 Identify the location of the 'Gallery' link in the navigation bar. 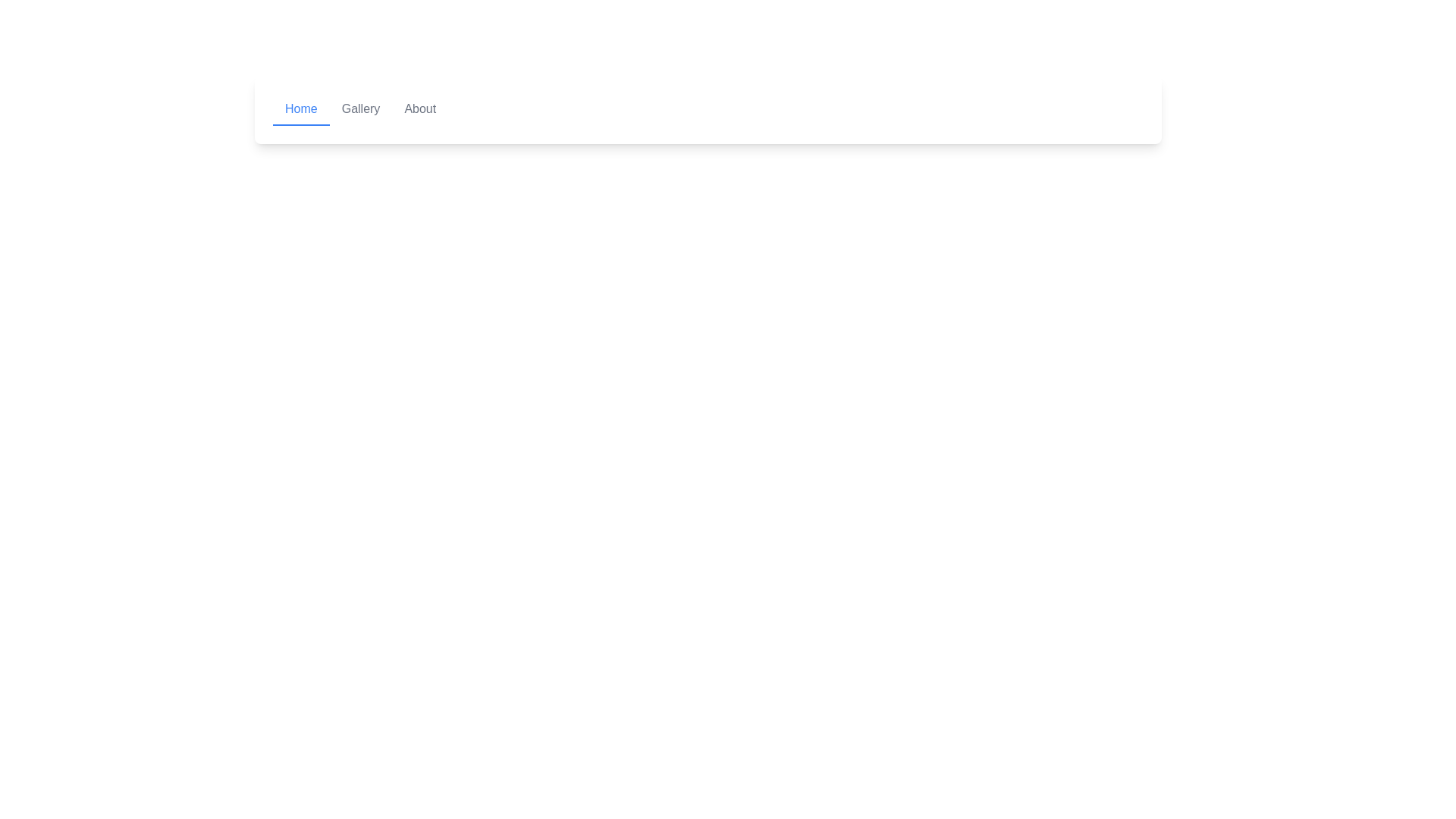
(359, 109).